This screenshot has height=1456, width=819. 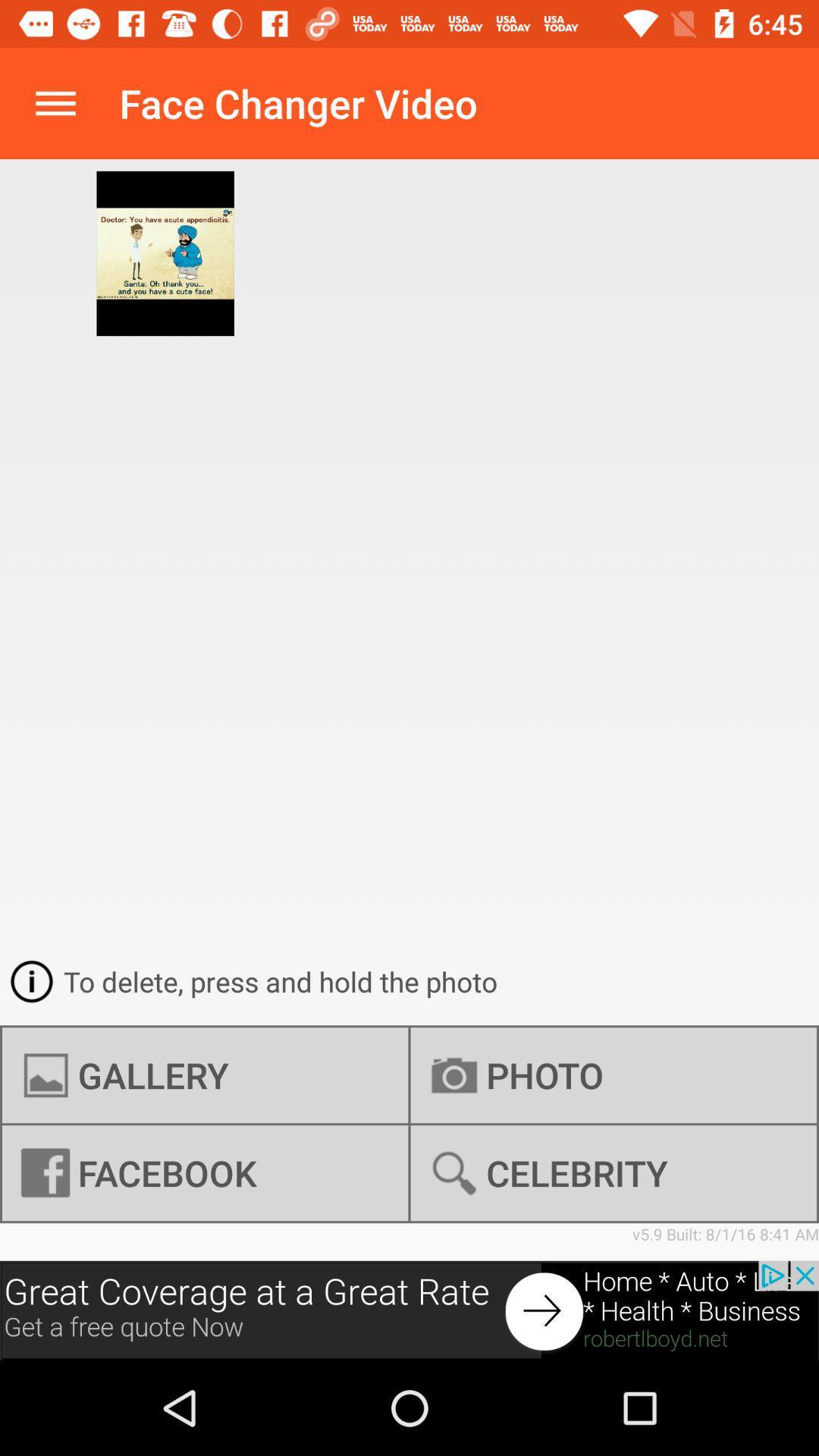 I want to click on item below gallery icon, so click(x=613, y=1172).